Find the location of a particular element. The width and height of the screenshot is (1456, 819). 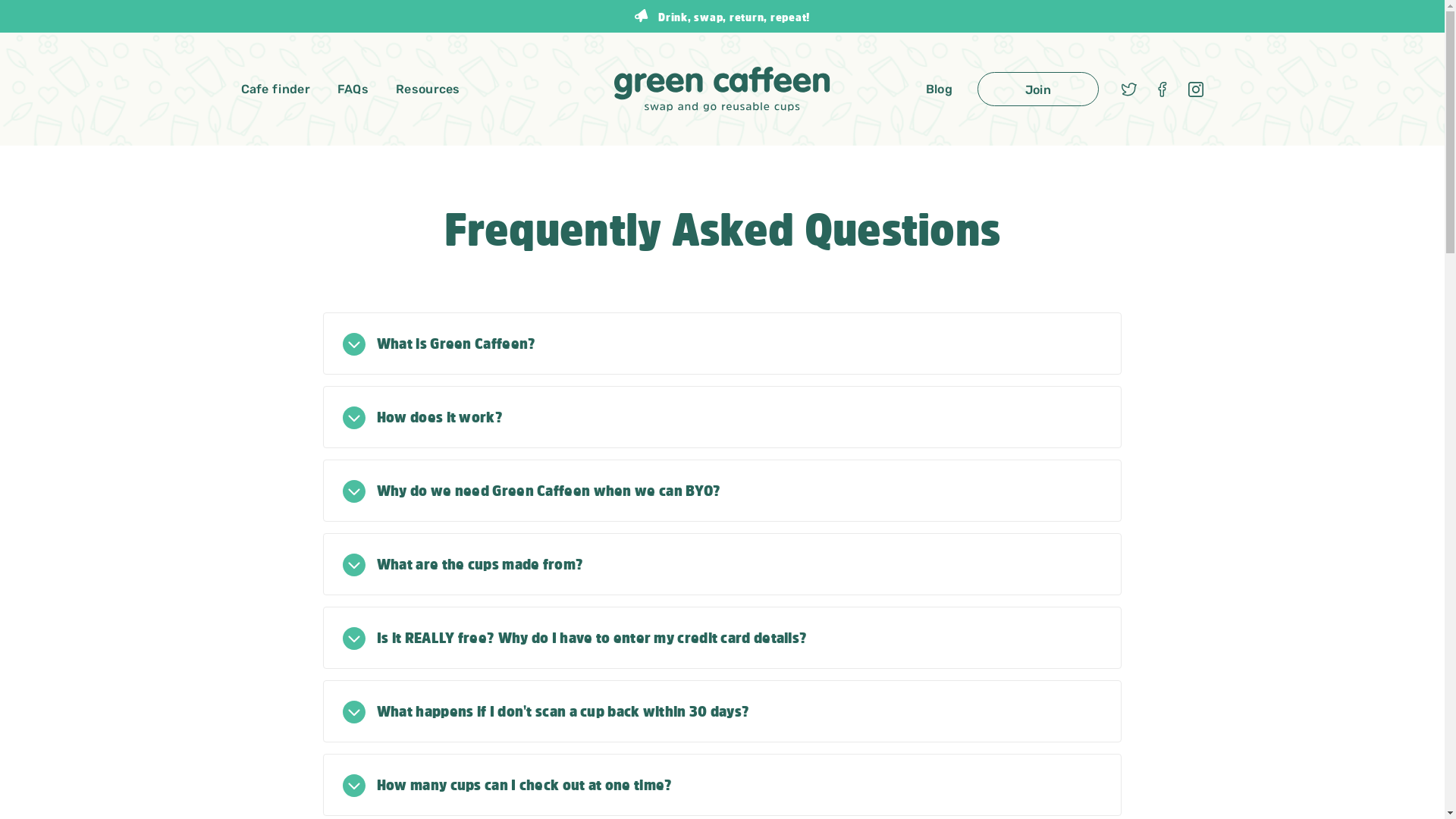

'Join' is located at coordinates (1037, 89).